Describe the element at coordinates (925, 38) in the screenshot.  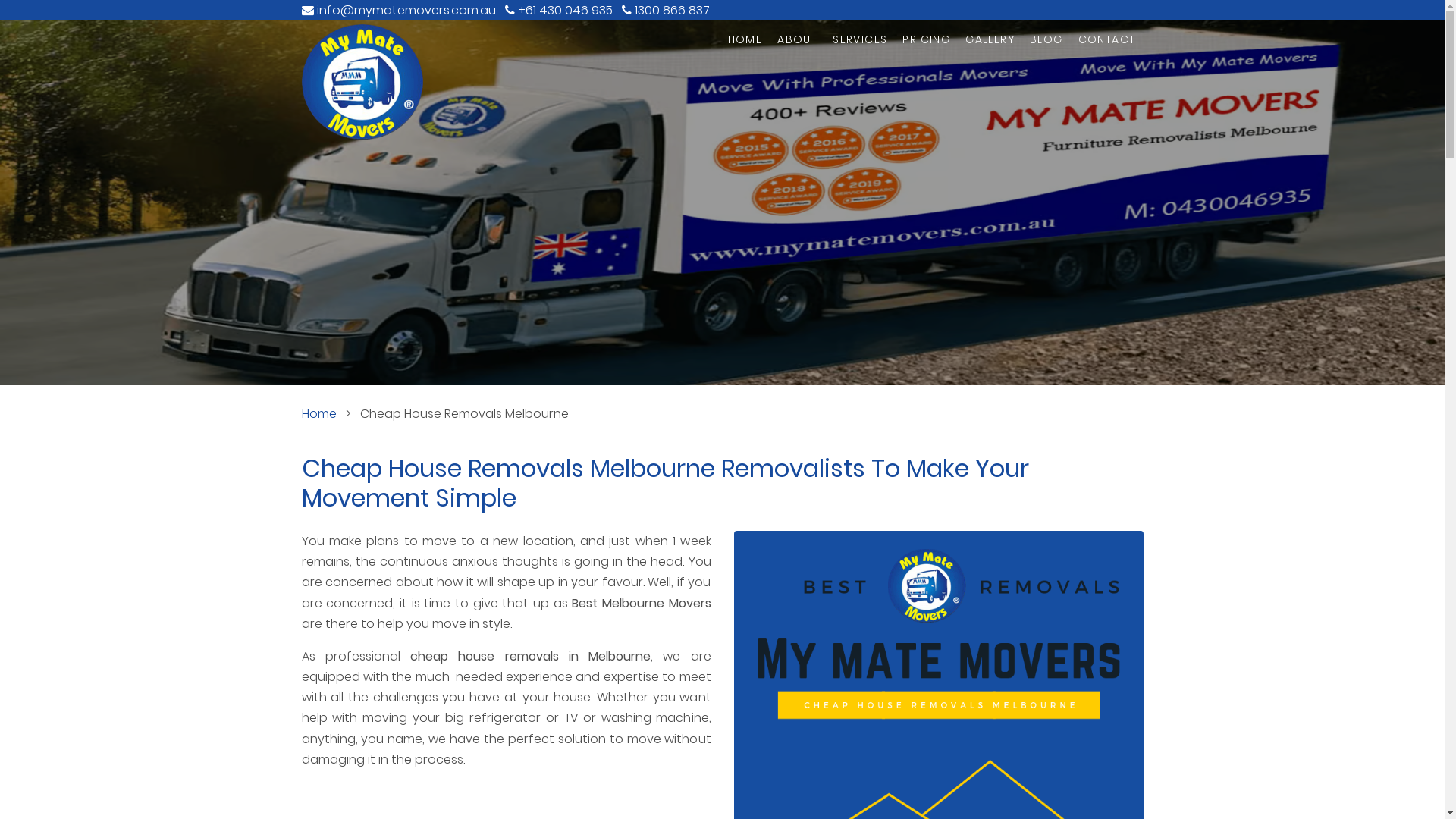
I see `'PRICING'` at that location.